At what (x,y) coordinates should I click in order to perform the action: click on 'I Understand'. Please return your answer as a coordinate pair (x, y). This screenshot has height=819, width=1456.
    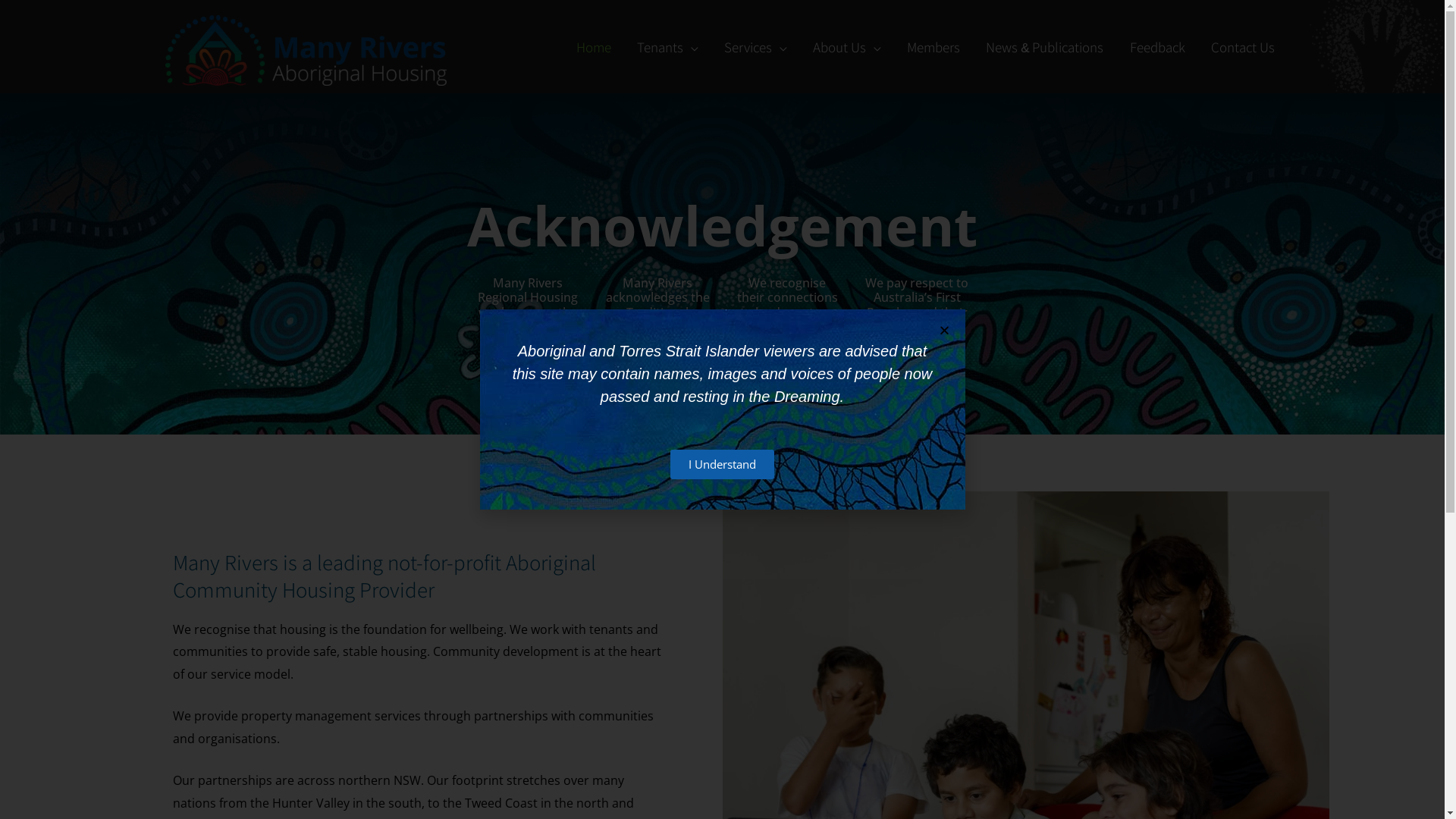
    Looking at the image, I should click on (721, 463).